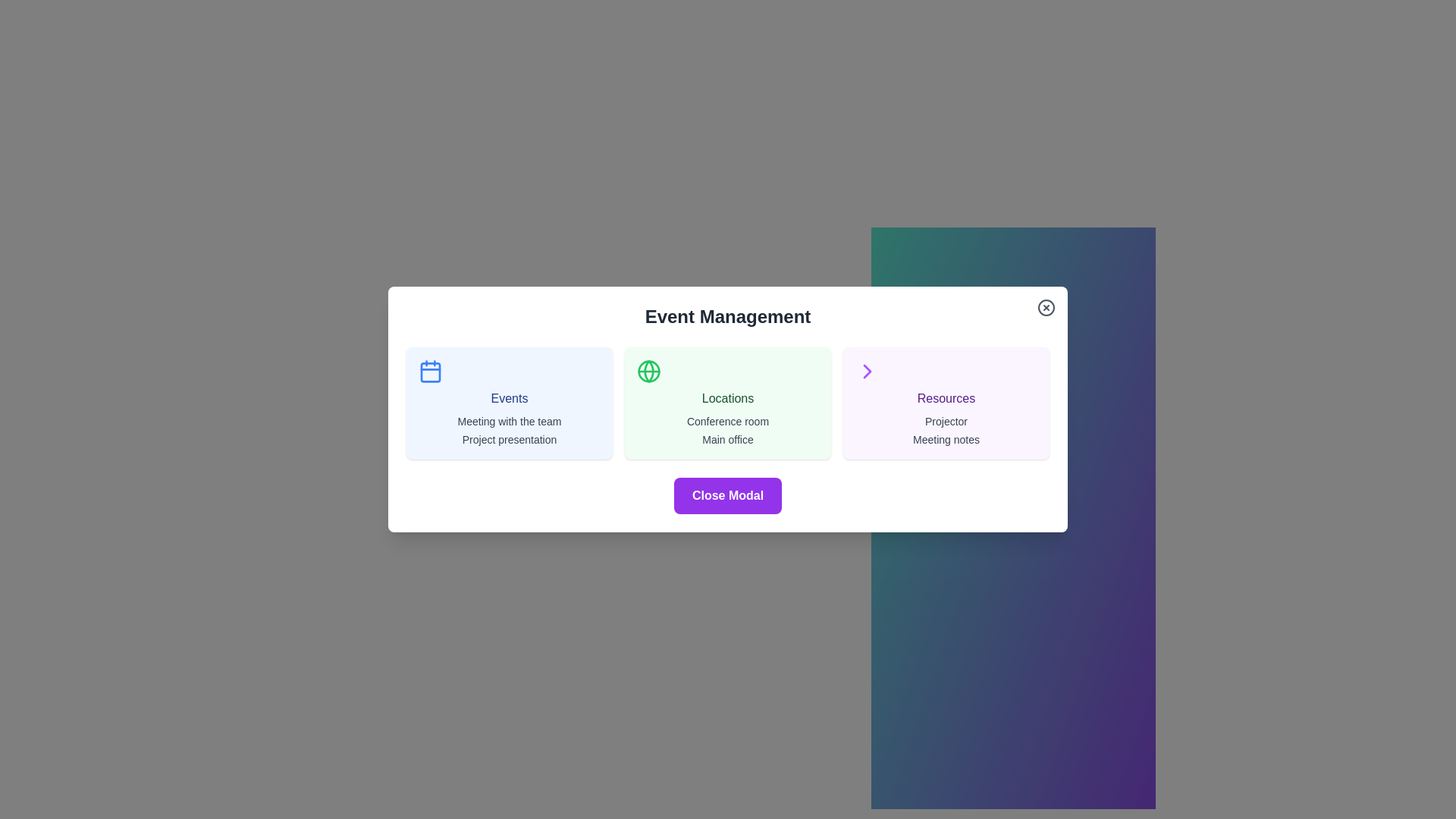  I want to click on the 'Resources' text label element, which is styled with a medium-weight font in purple and is located within a light purple background card in the rightmost card of a three-card layout, so click(946, 397).